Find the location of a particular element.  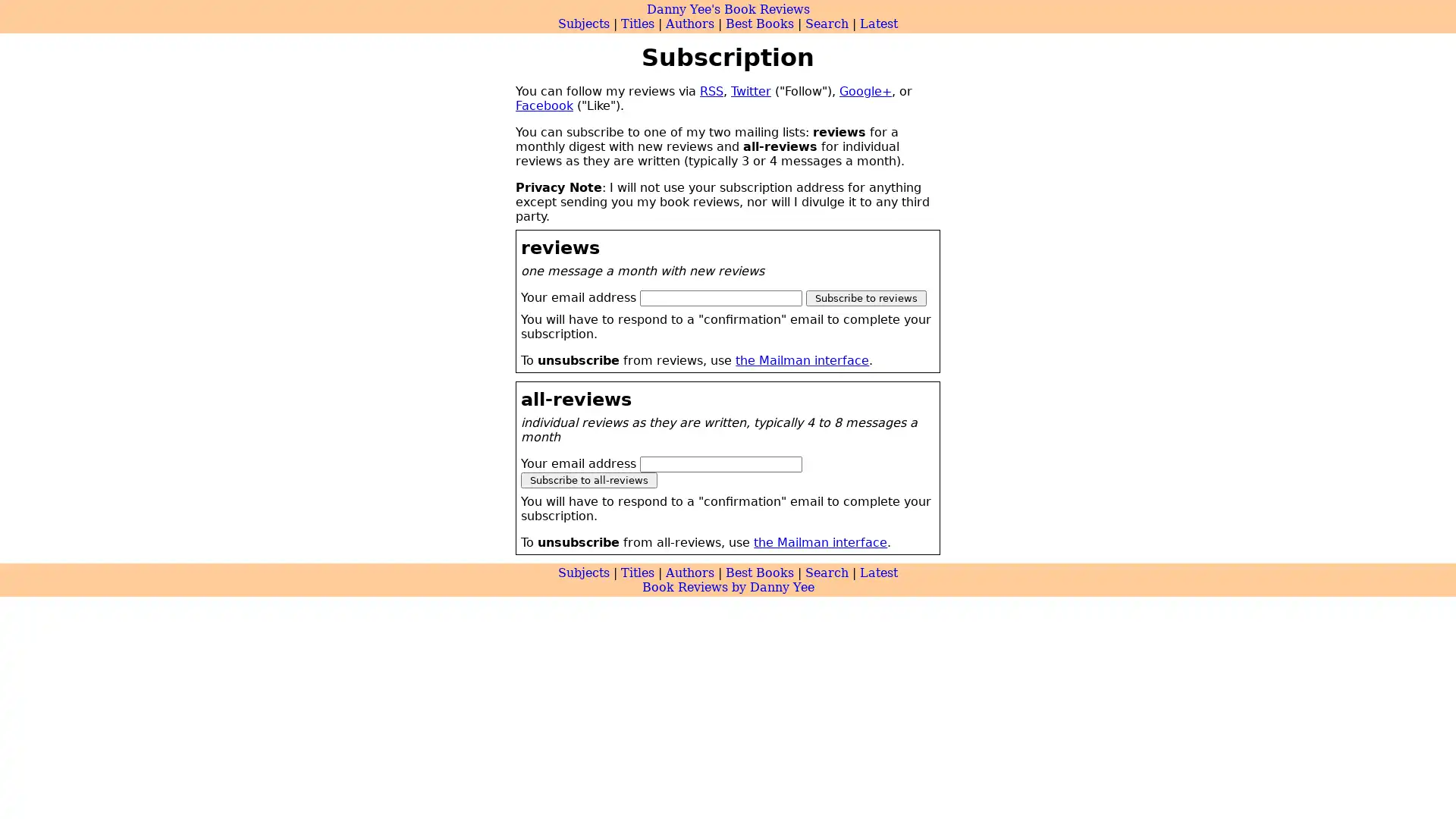

Subscribe to reviews is located at coordinates (866, 297).